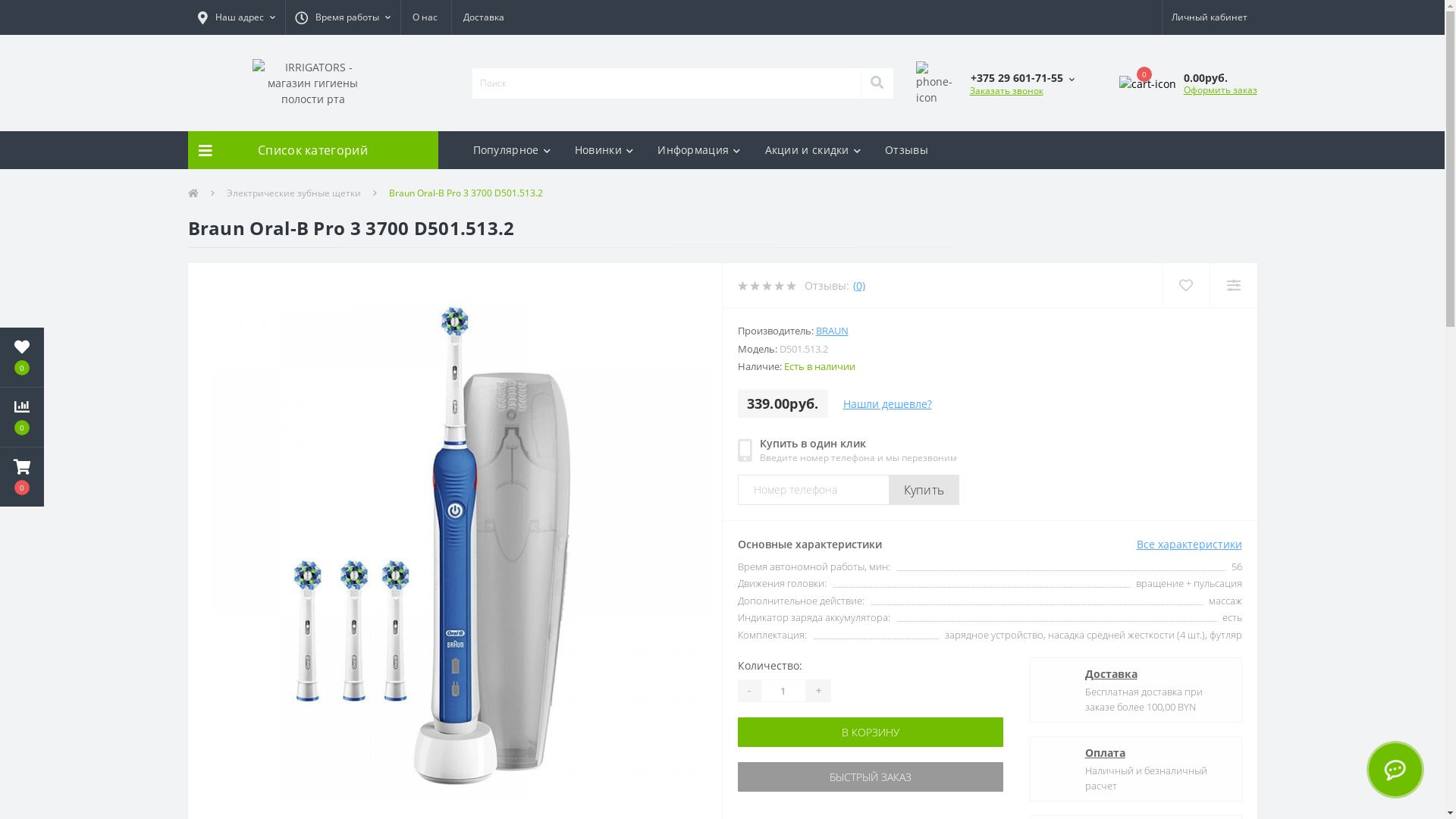  I want to click on '+', so click(817, 690).